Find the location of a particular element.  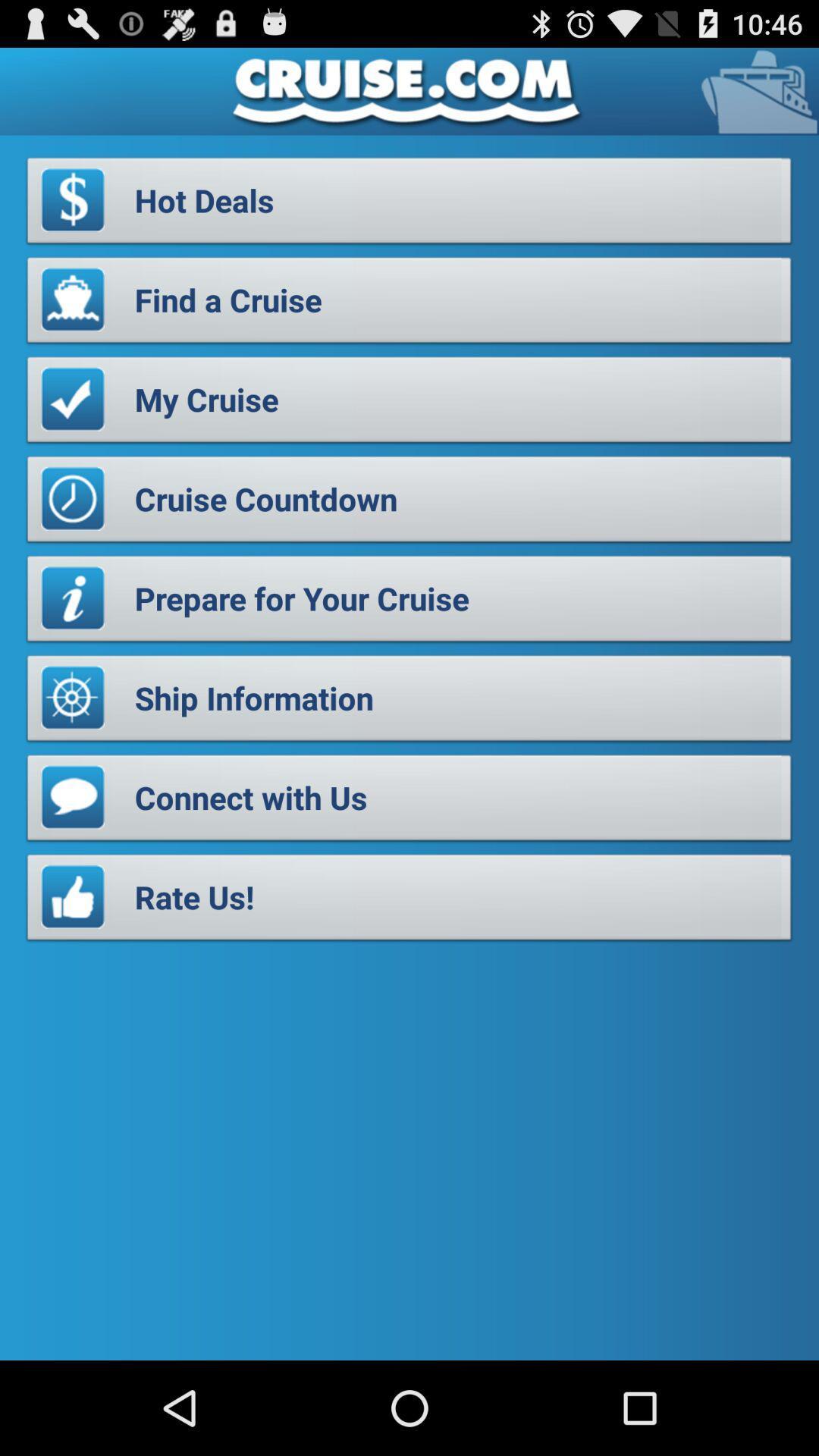

icon above ship information button is located at coordinates (409, 602).